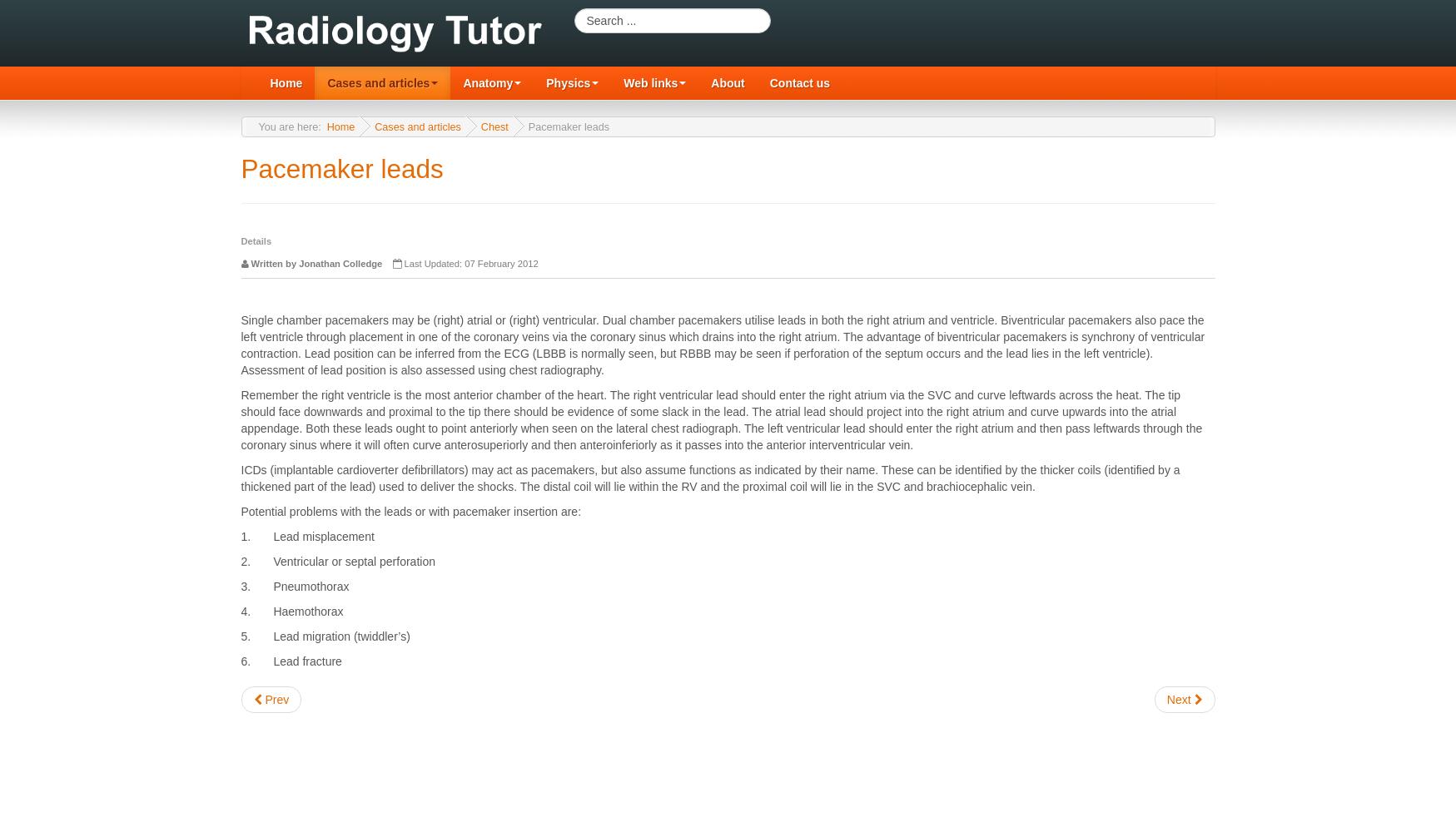 This screenshot has height=832, width=1456. Describe the element at coordinates (417, 126) in the screenshot. I see `'Cases and articles'` at that location.